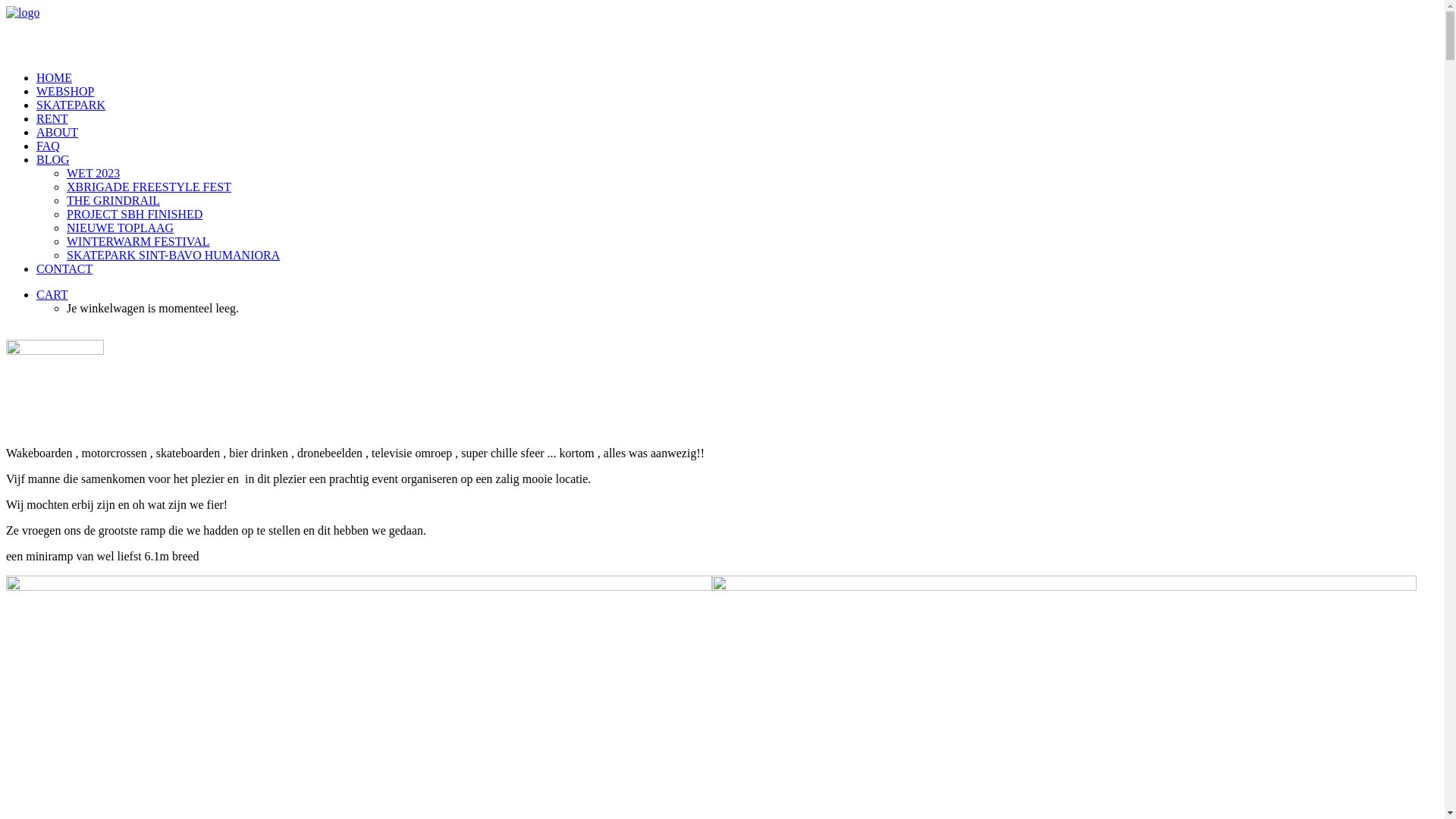  Describe the element at coordinates (752, 214) in the screenshot. I see `'PROJECT SBH FINISHED'` at that location.